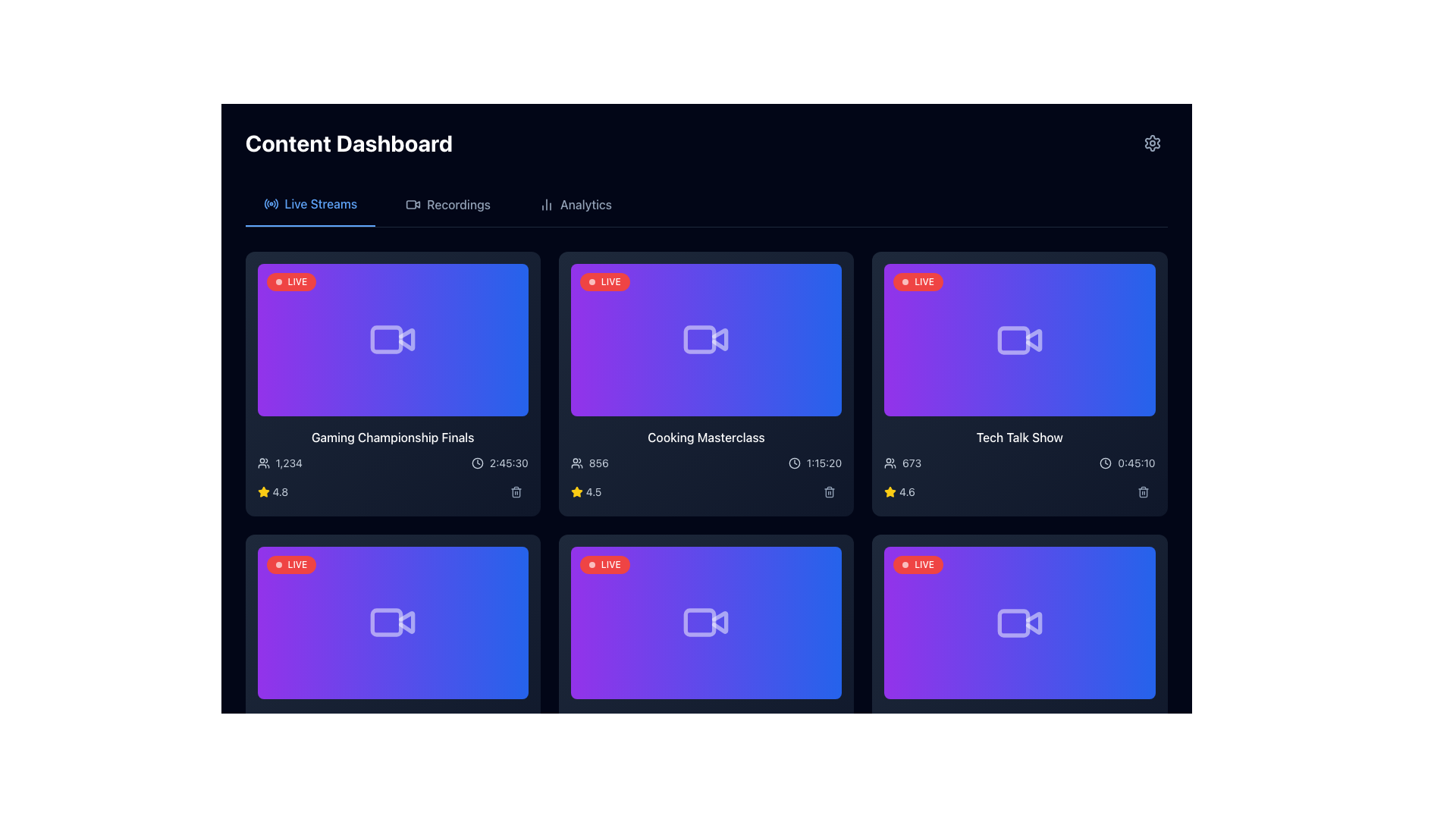  I want to click on the Information display section of the 'Tech Talk Show' card, which contains user count and time information, positioned in the third column of the top row, so click(1019, 462).